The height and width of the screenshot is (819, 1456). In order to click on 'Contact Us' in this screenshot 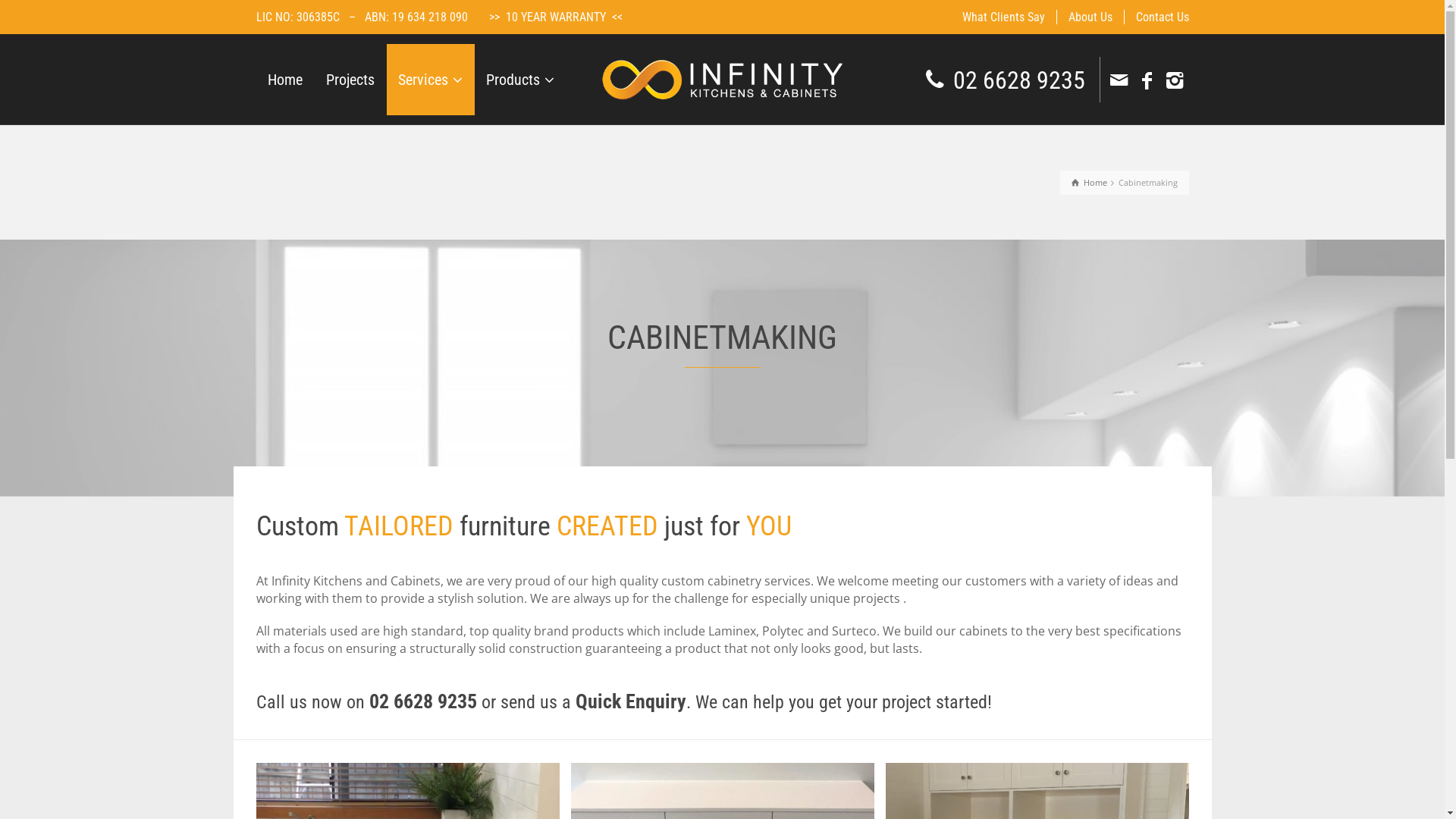, I will do `click(1155, 17)`.